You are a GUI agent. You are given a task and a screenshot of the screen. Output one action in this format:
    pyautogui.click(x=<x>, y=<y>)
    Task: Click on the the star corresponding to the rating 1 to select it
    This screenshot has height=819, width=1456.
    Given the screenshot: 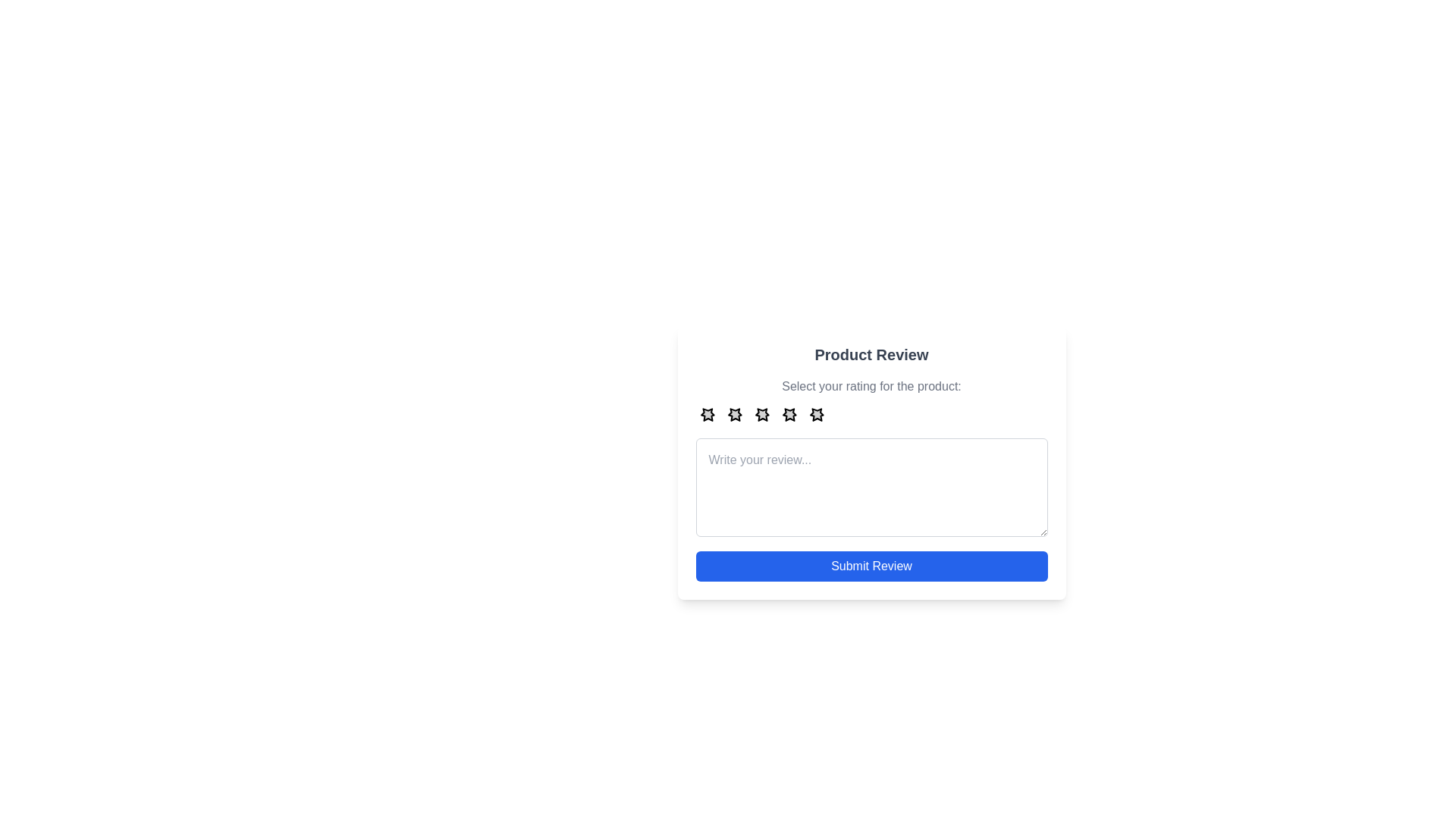 What is the action you would take?
    pyautogui.click(x=707, y=414)
    